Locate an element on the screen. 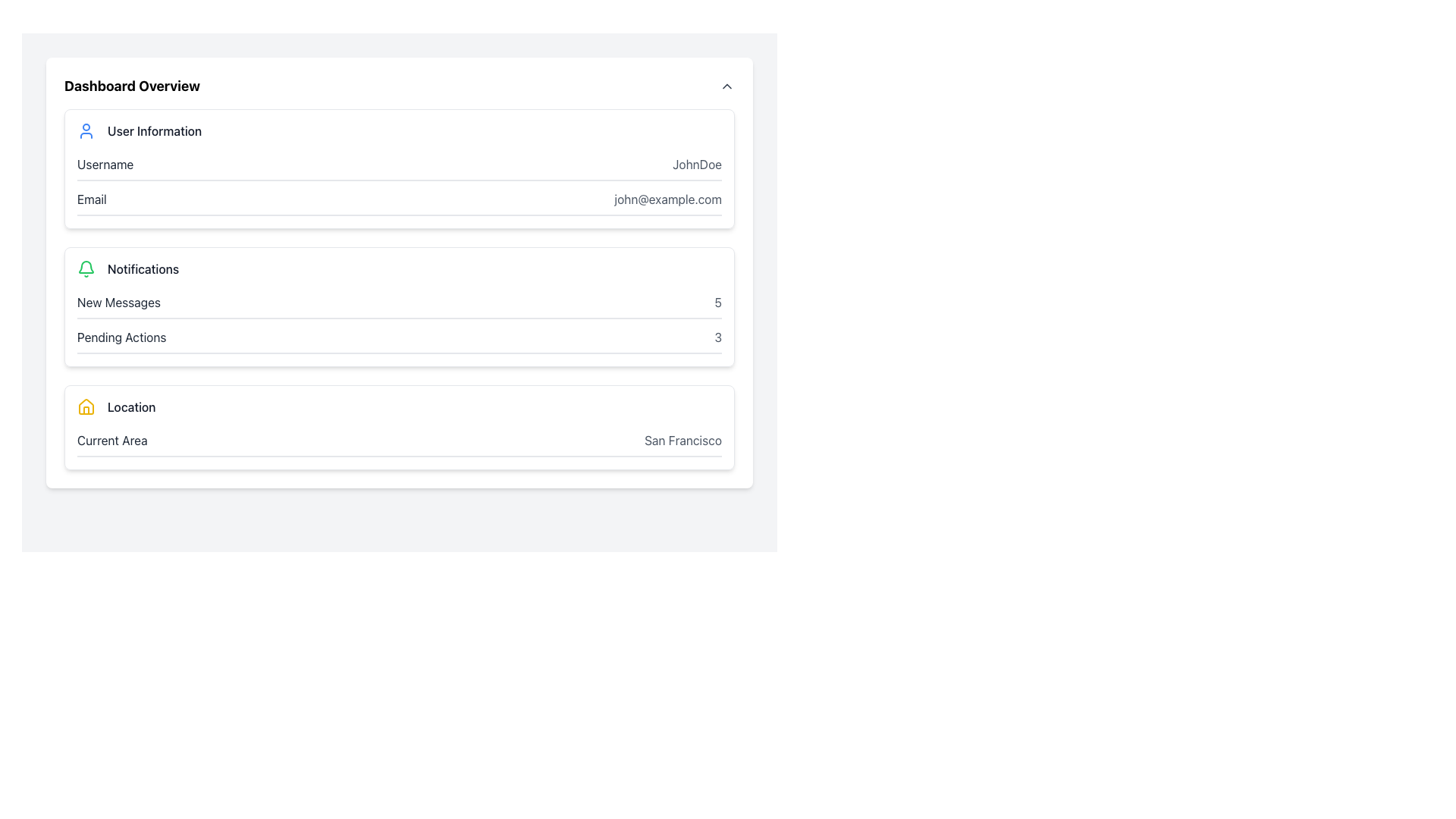 The height and width of the screenshot is (819, 1456). the first text label in the 'Location' section that describes the current location being displayed is located at coordinates (111, 441).